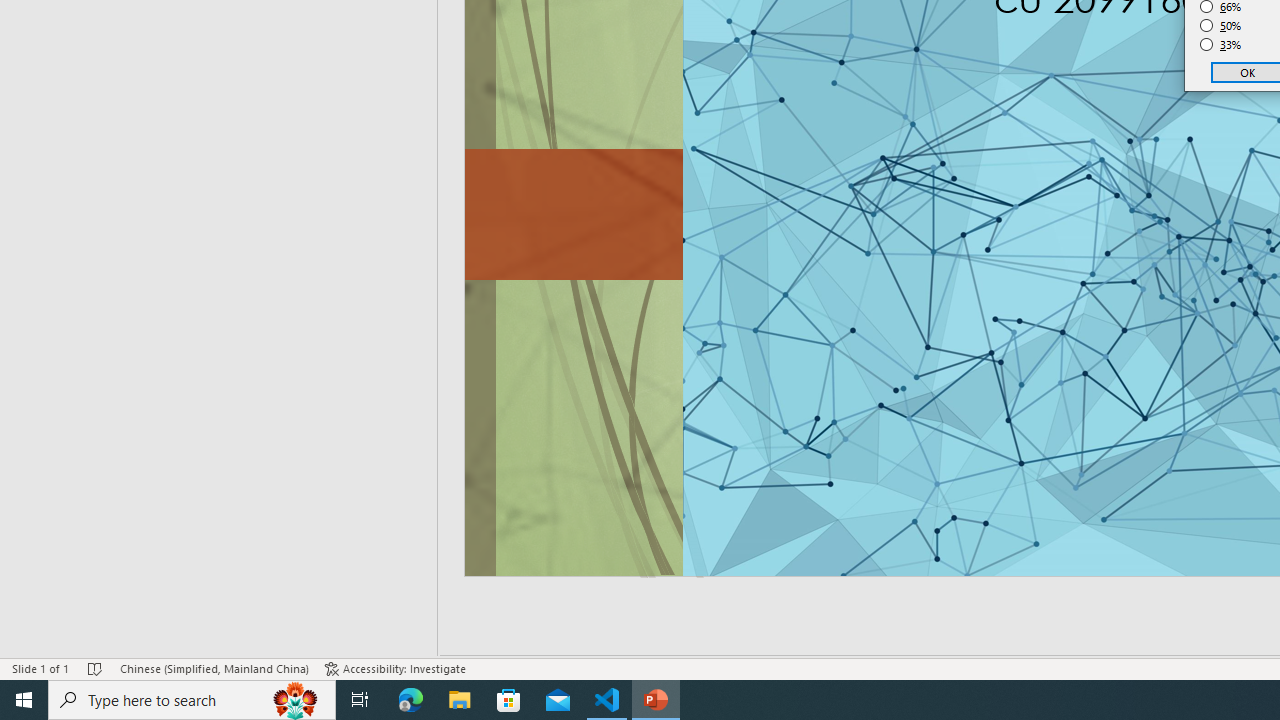  I want to click on 'Microsoft Edge', so click(410, 698).